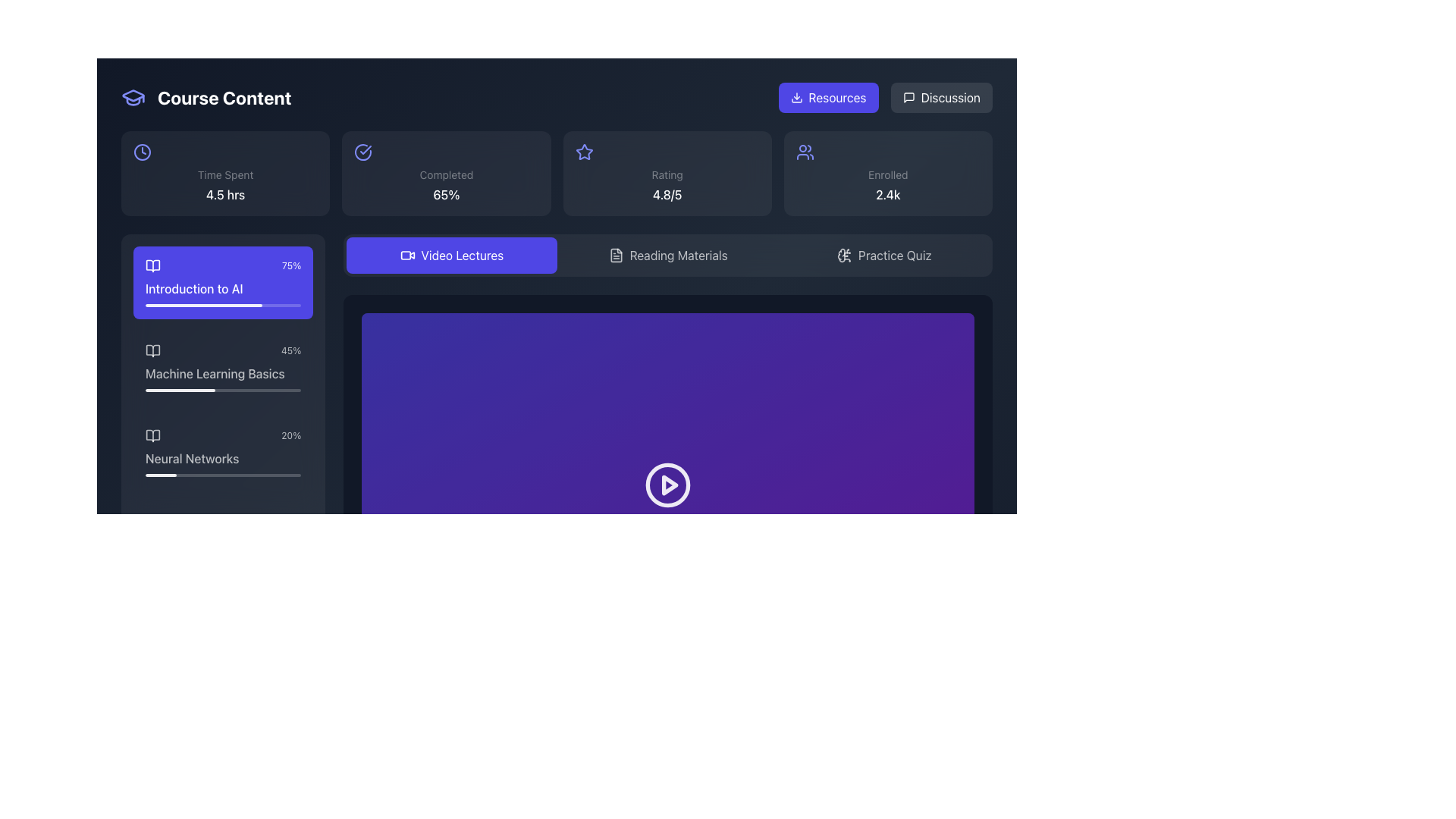 The width and height of the screenshot is (1456, 819). What do you see at coordinates (450, 254) in the screenshot?
I see `the leftmost navigational button located below the top section of the interface` at bounding box center [450, 254].